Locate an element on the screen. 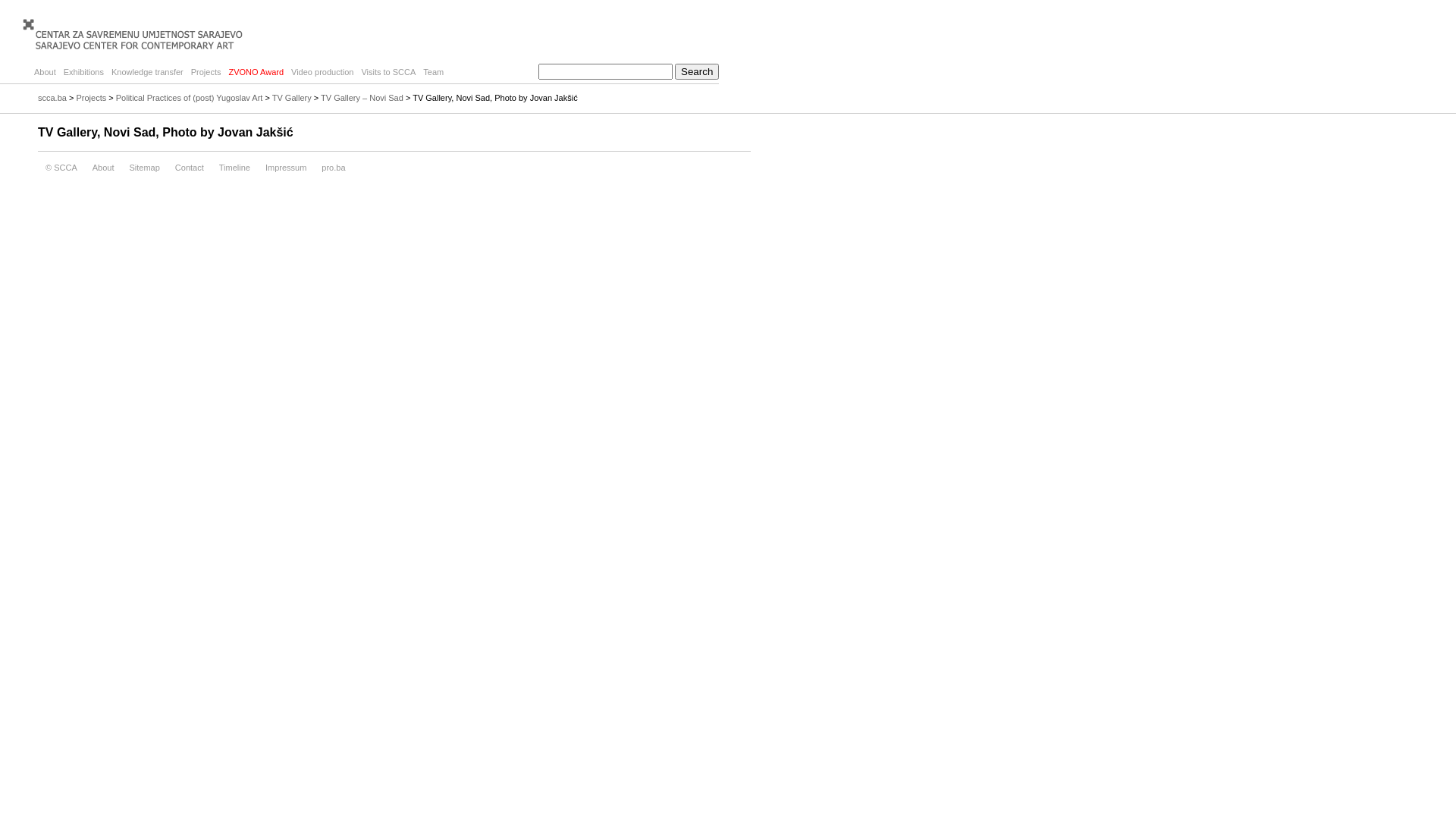  'Sitemap' is located at coordinates (144, 167).